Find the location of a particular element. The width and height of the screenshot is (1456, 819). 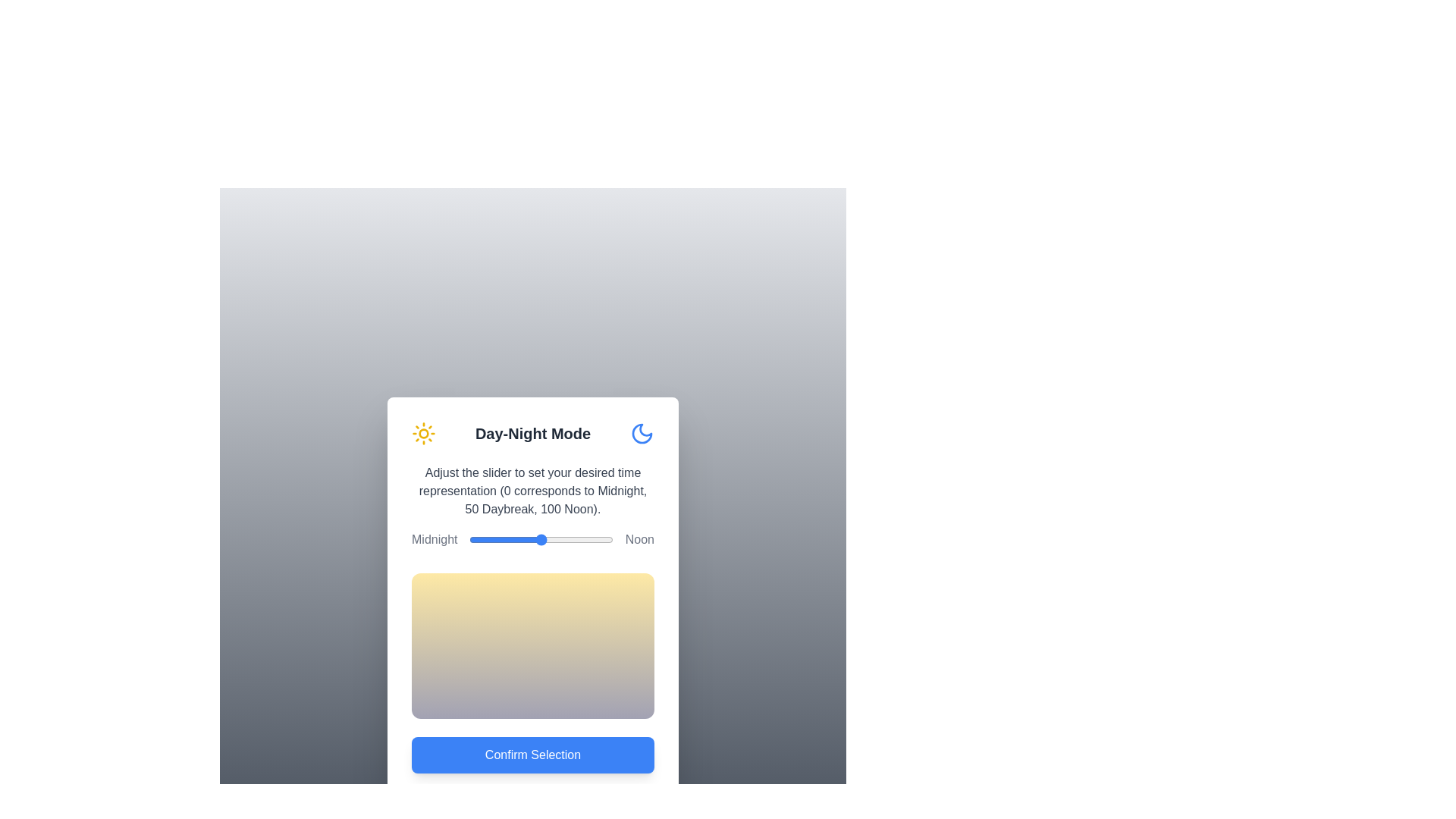

the slider to set the time representation to 16, observing the gradient change is located at coordinates (492, 539).